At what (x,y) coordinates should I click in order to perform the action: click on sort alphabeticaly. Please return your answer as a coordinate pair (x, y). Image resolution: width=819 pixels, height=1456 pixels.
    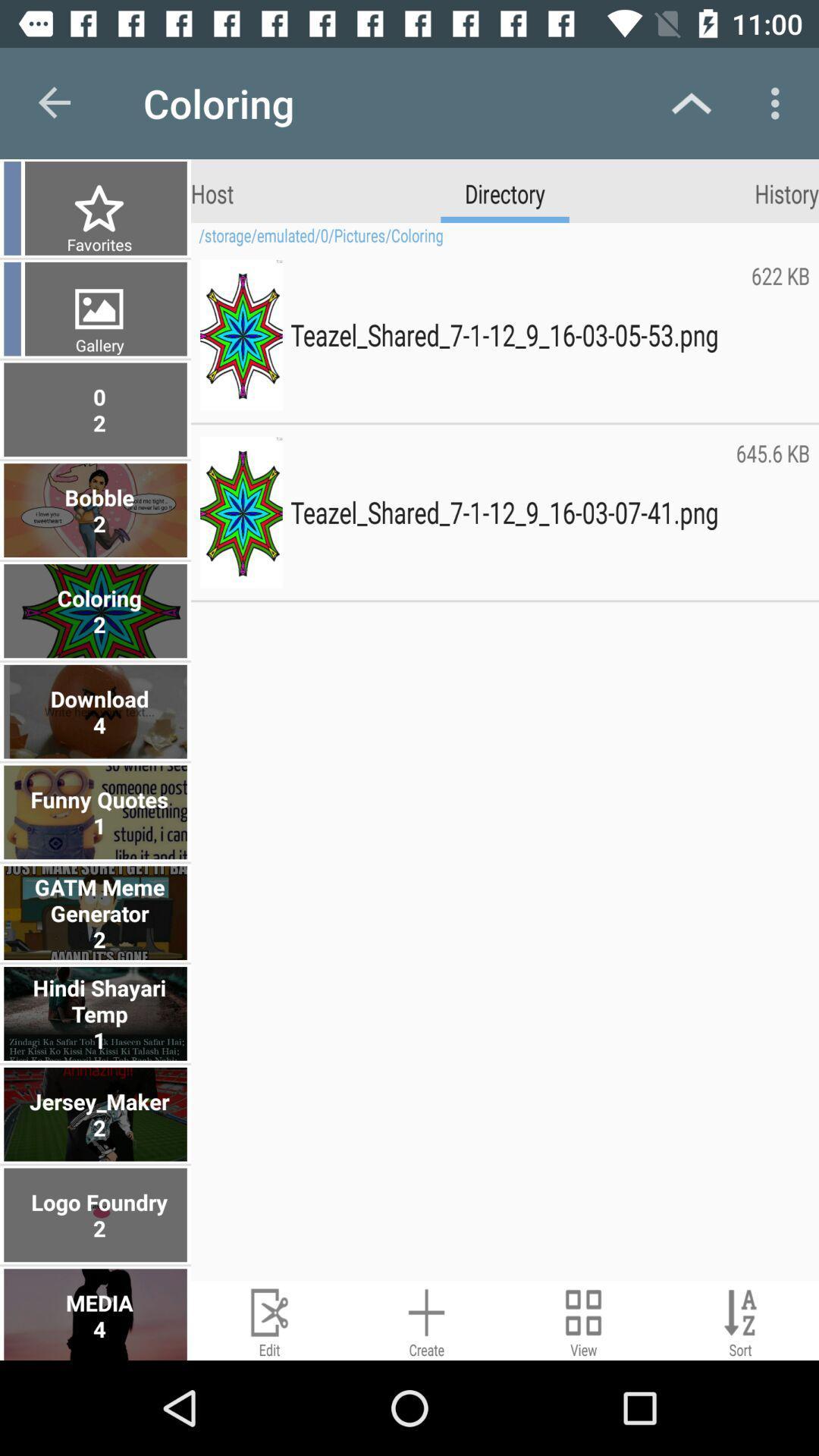
    Looking at the image, I should click on (739, 1319).